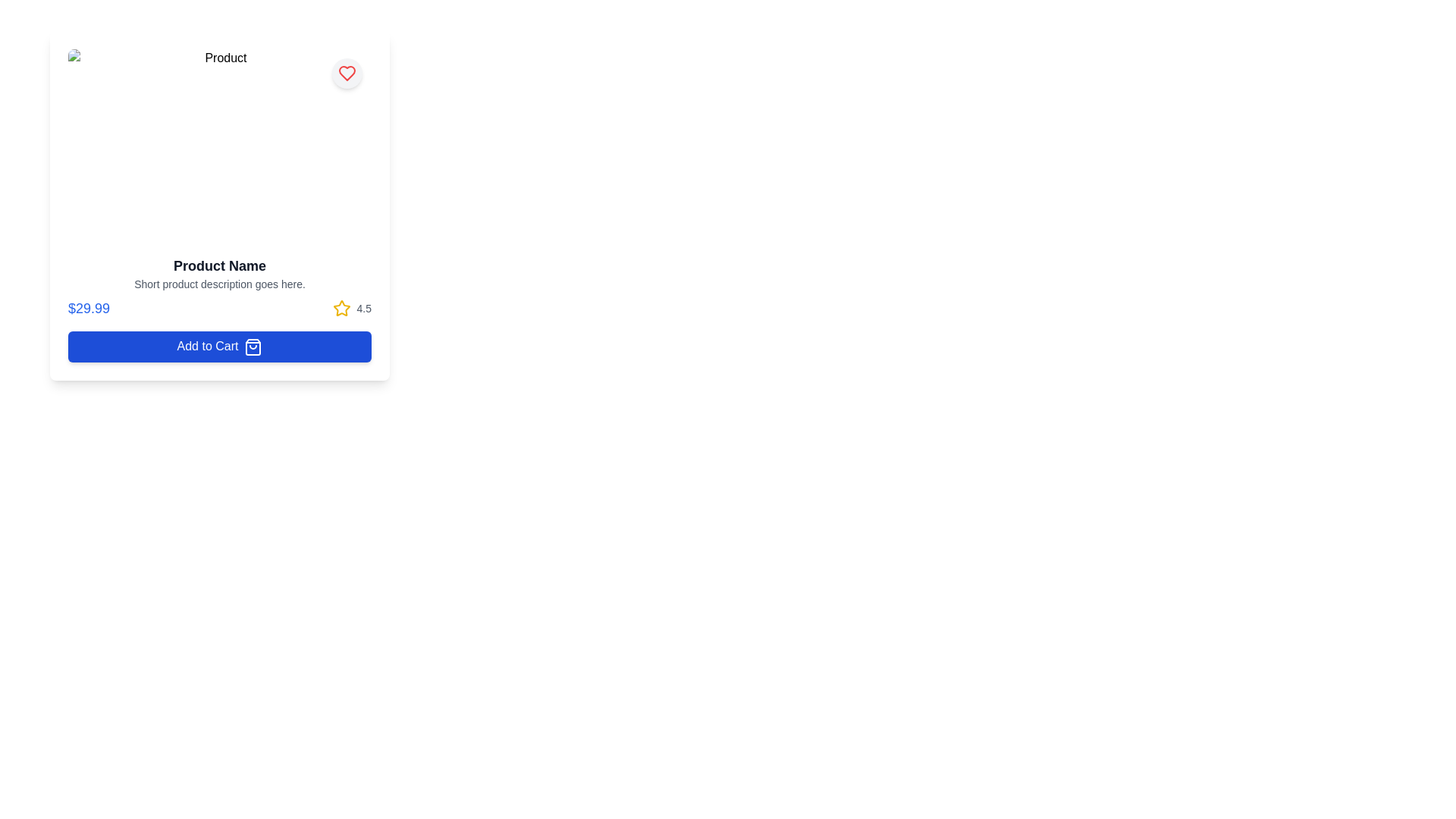  What do you see at coordinates (218, 284) in the screenshot?
I see `the text element displaying 'Short product description goes here.', which is located below the 'Product Name' and above the price '$29.99'` at bounding box center [218, 284].